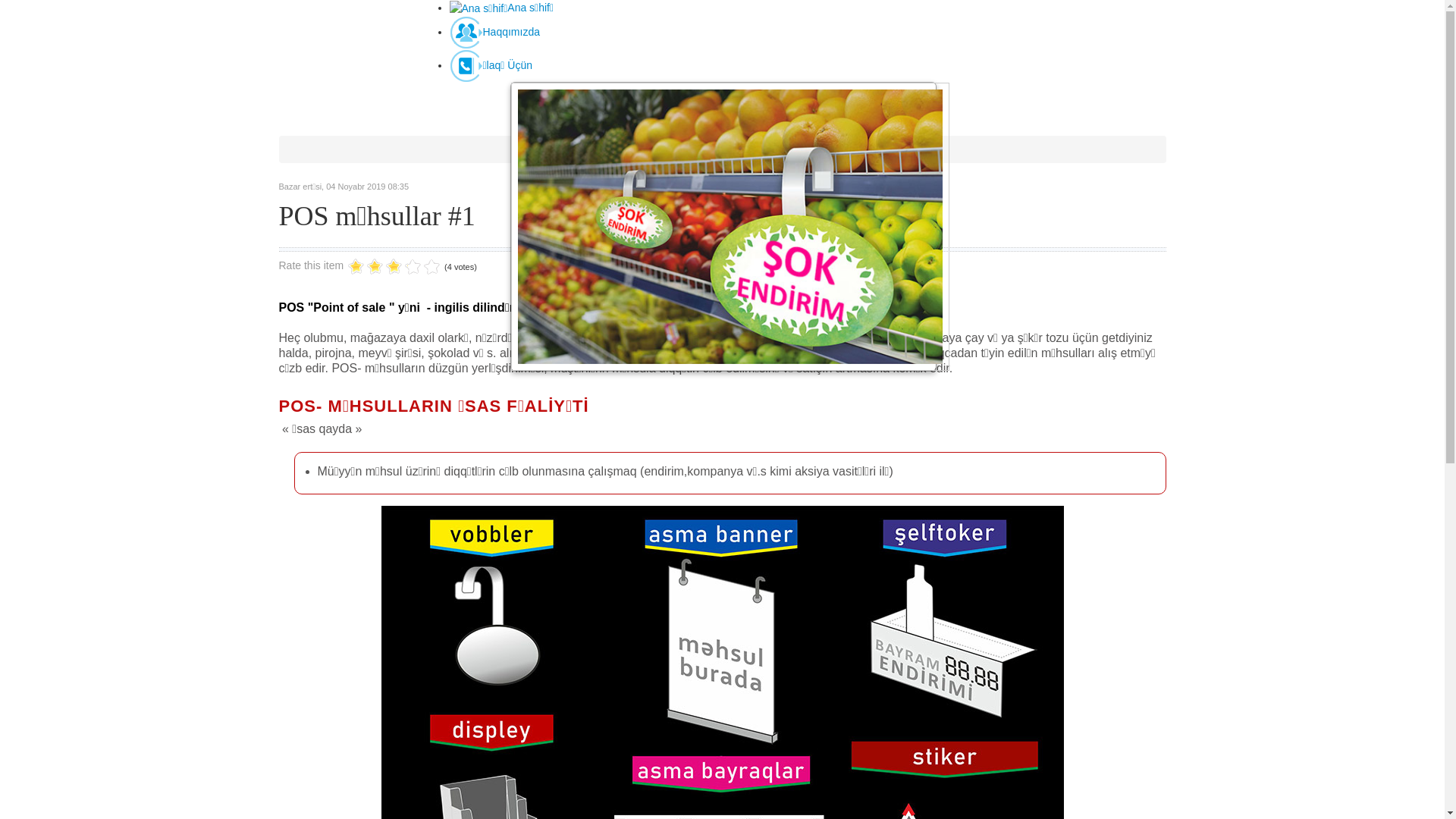 The height and width of the screenshot is (819, 1456). Describe the element at coordinates (394, 266) in the screenshot. I see `'5'` at that location.